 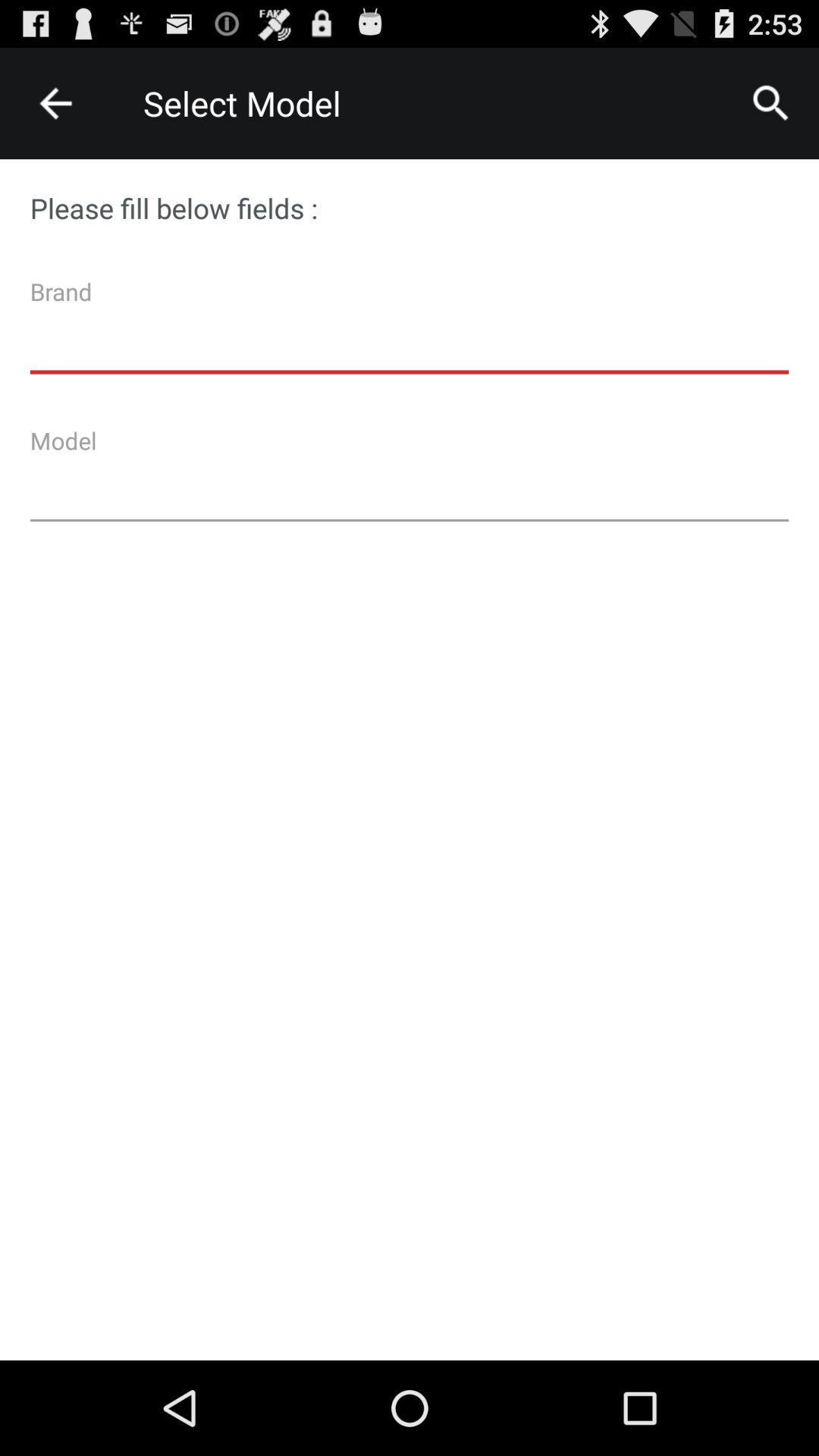 What do you see at coordinates (771, 102) in the screenshot?
I see `the item above please fill below` at bounding box center [771, 102].